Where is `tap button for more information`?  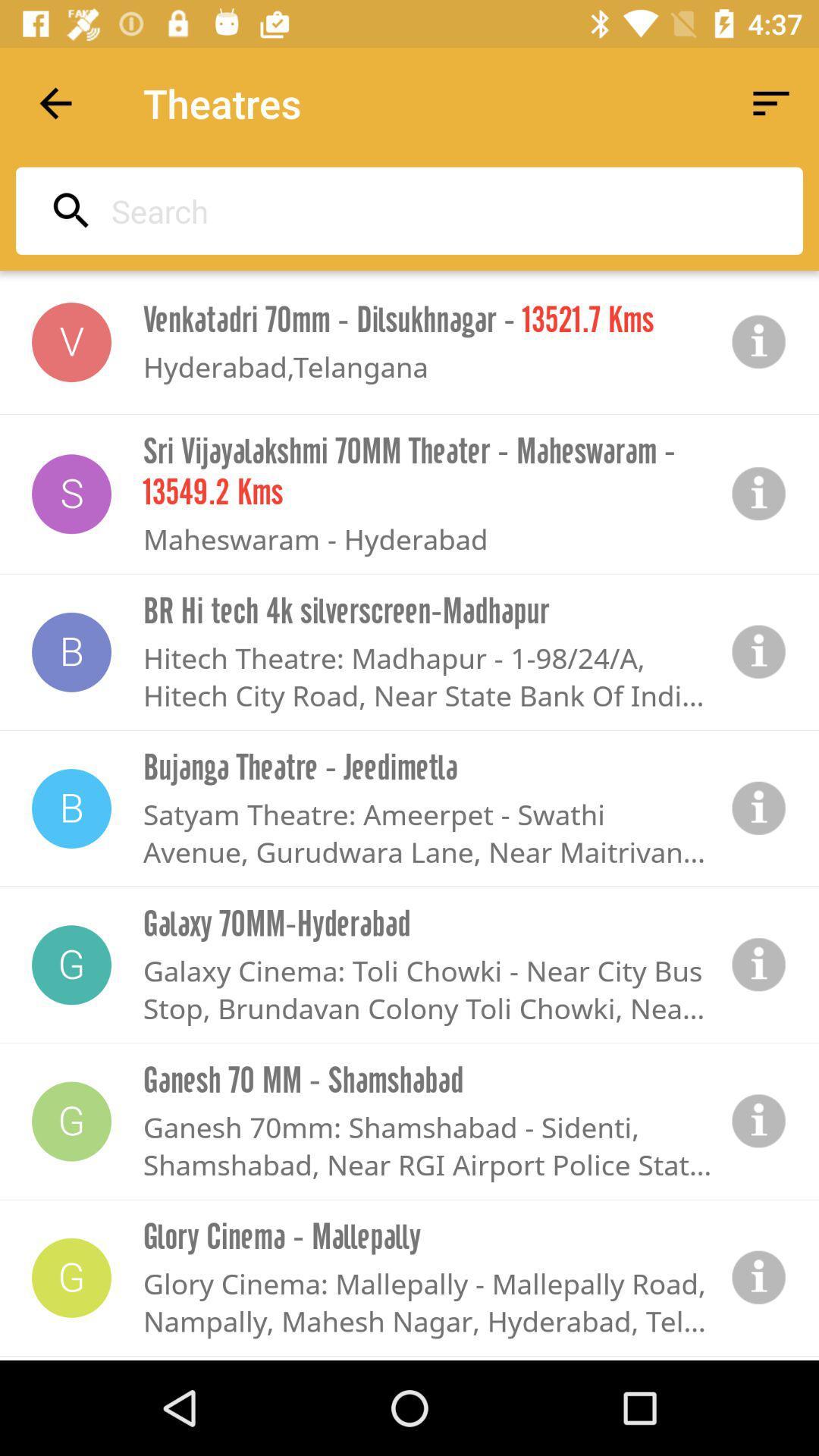
tap button for more information is located at coordinates (759, 964).